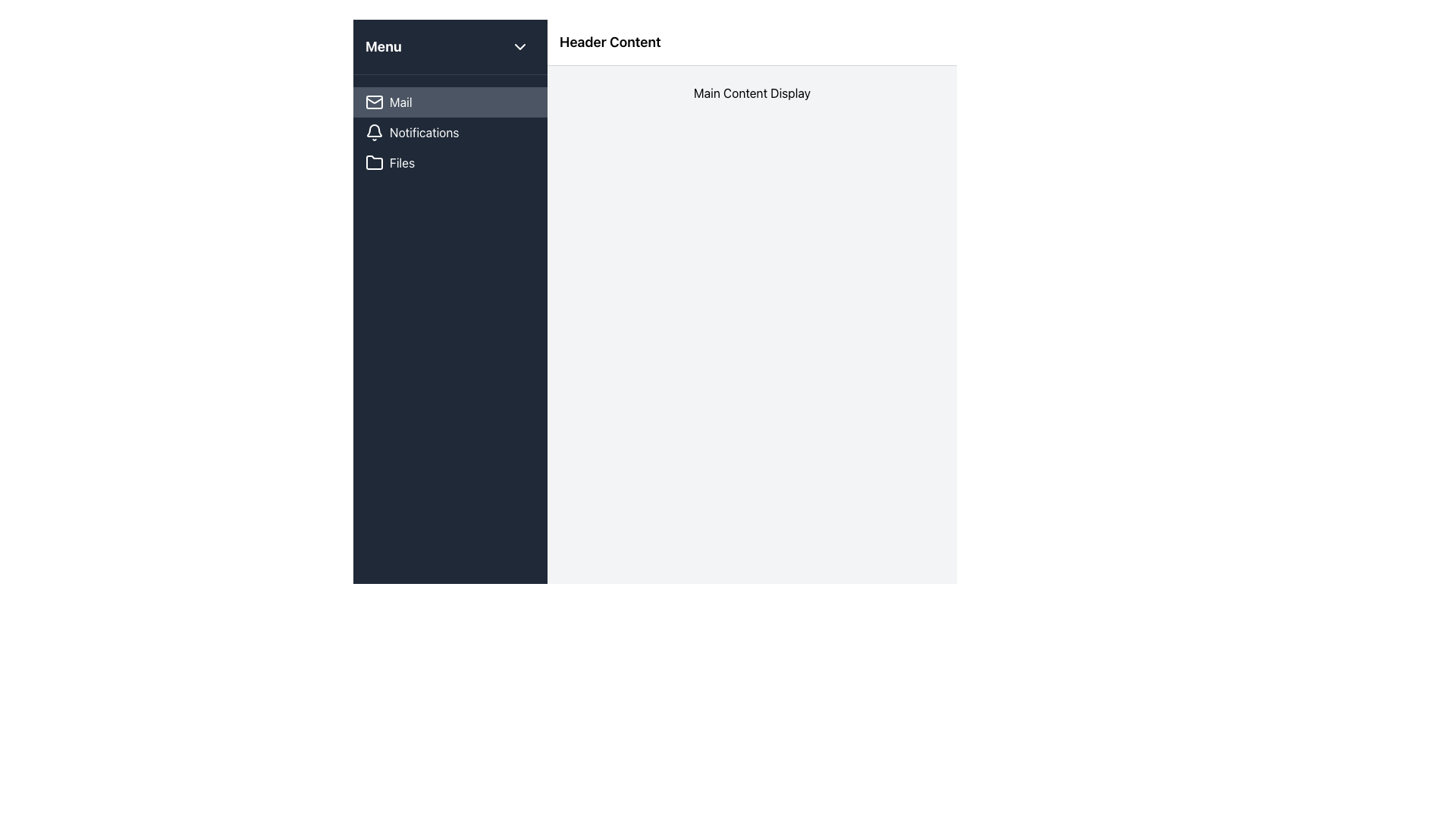 Image resolution: width=1456 pixels, height=819 pixels. What do you see at coordinates (450, 102) in the screenshot?
I see `the 'Mail' navigation button located at the top of the vertical sidebar menu` at bounding box center [450, 102].